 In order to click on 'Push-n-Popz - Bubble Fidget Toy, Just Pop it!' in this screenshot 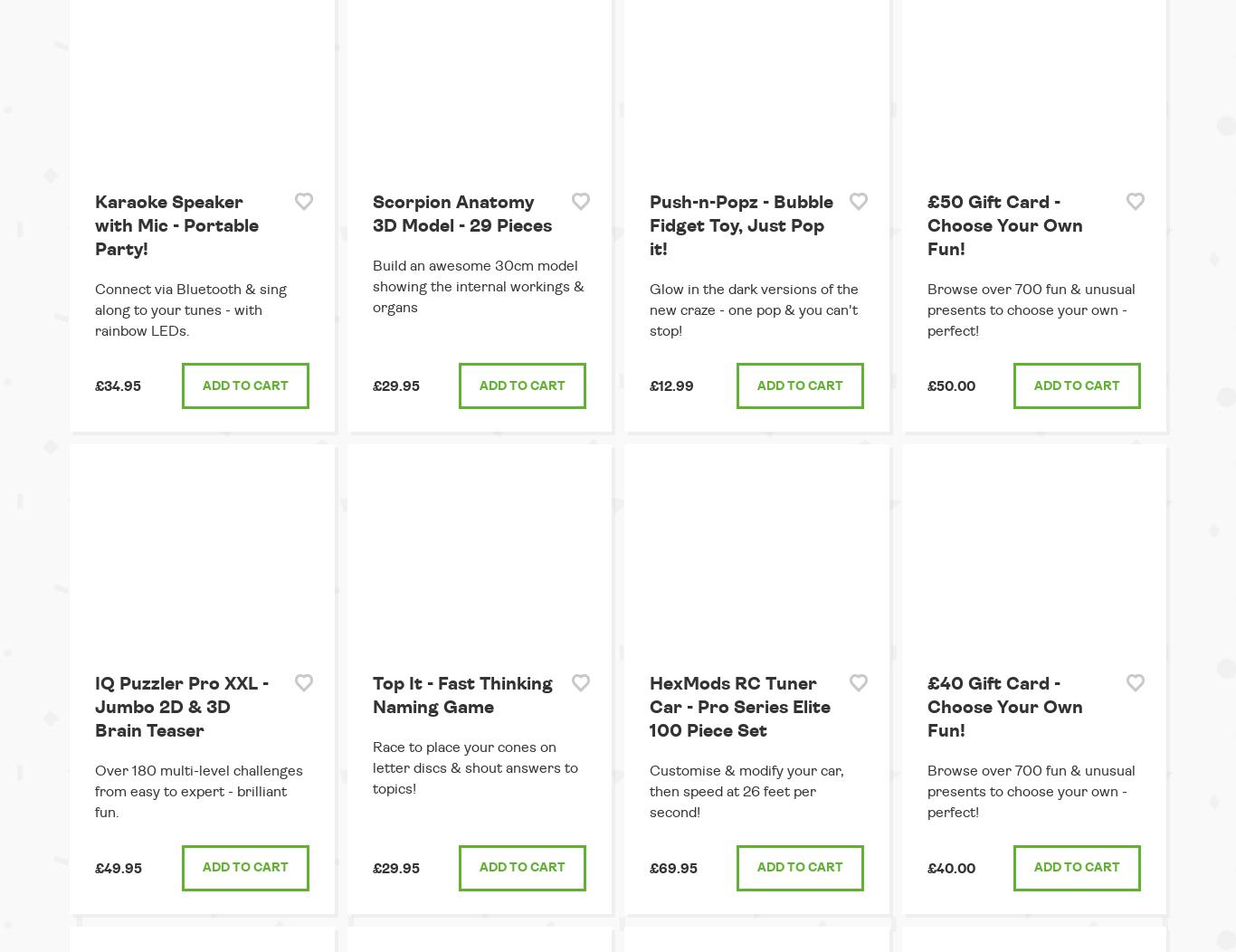, I will do `click(740, 224)`.